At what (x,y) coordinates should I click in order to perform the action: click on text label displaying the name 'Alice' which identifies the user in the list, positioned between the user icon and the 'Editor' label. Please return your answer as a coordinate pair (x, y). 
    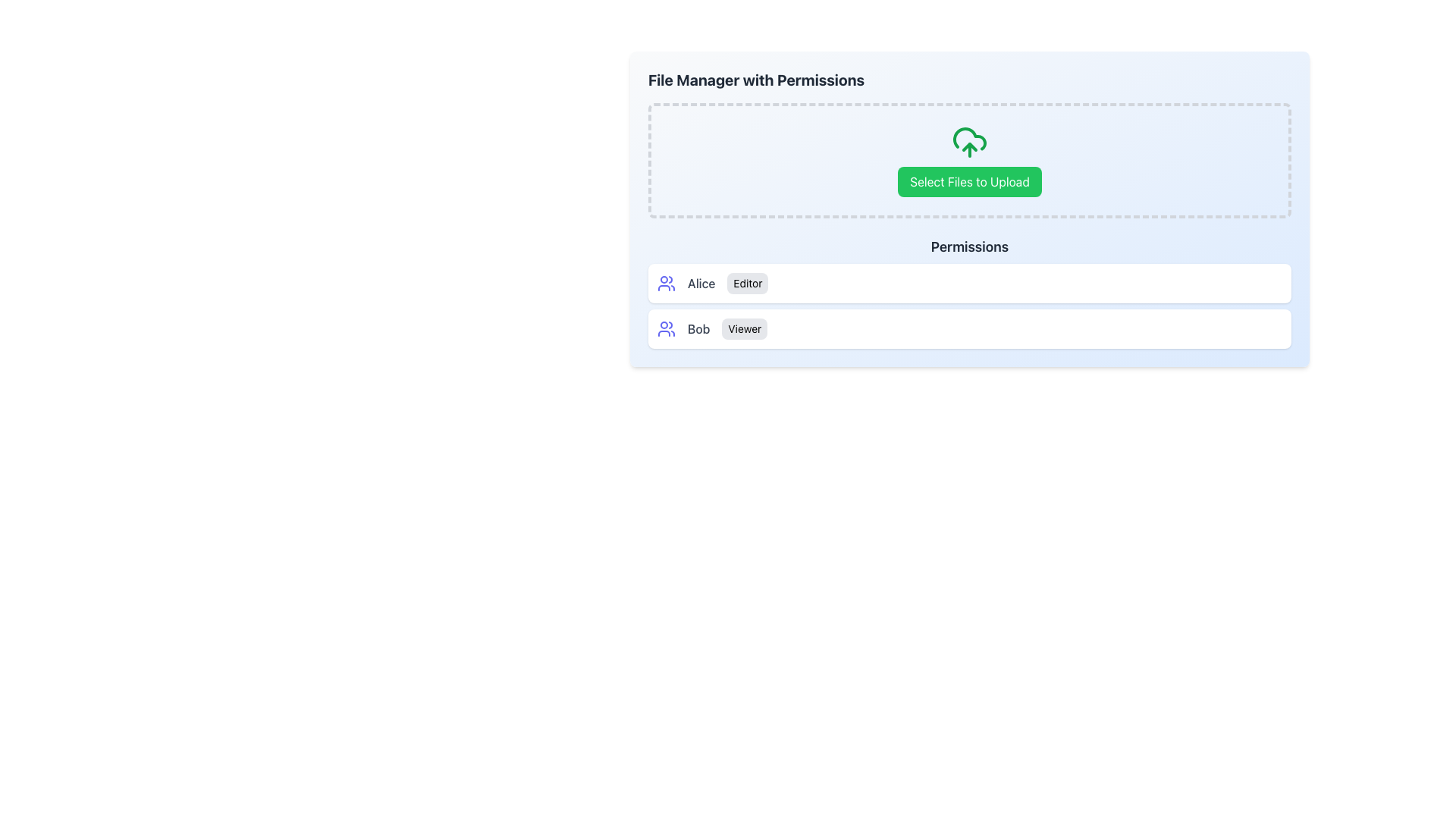
    Looking at the image, I should click on (701, 284).